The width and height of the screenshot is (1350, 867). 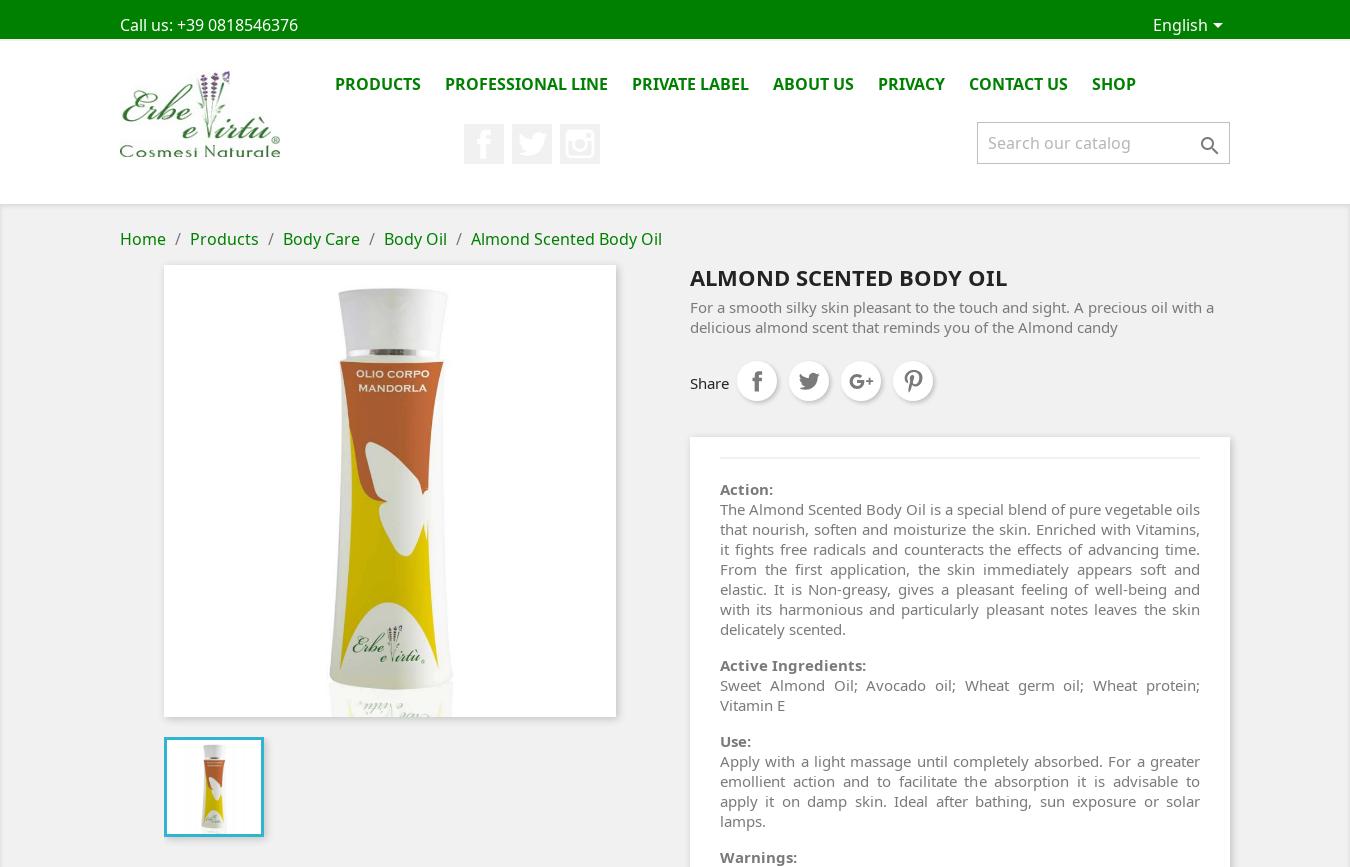 I want to click on 'Twitter', so click(x=577, y=134).